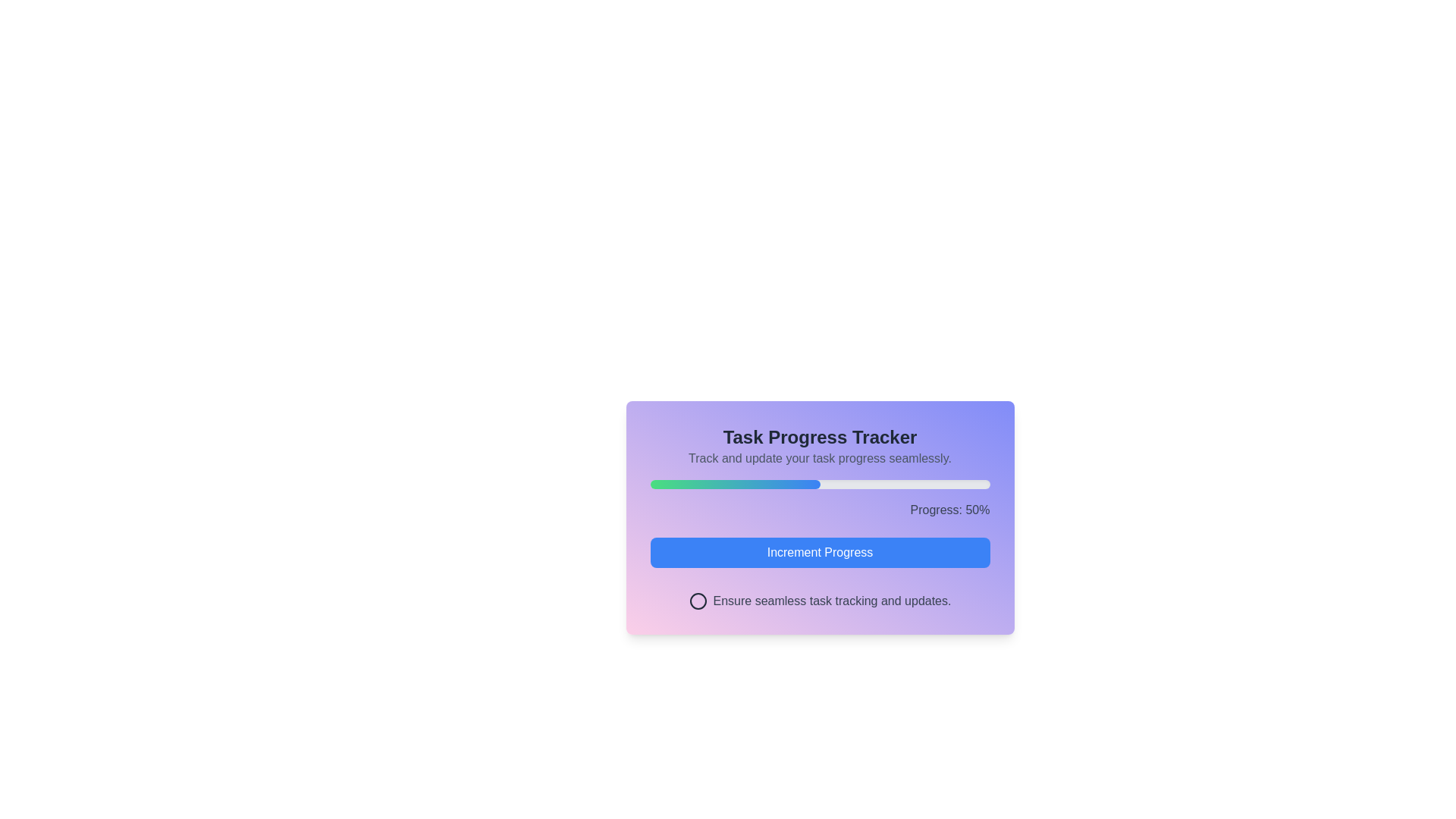 The height and width of the screenshot is (819, 1456). I want to click on the static text label located at the bottom of the task tracking card, below the 'Increment Progress' button, so click(819, 601).